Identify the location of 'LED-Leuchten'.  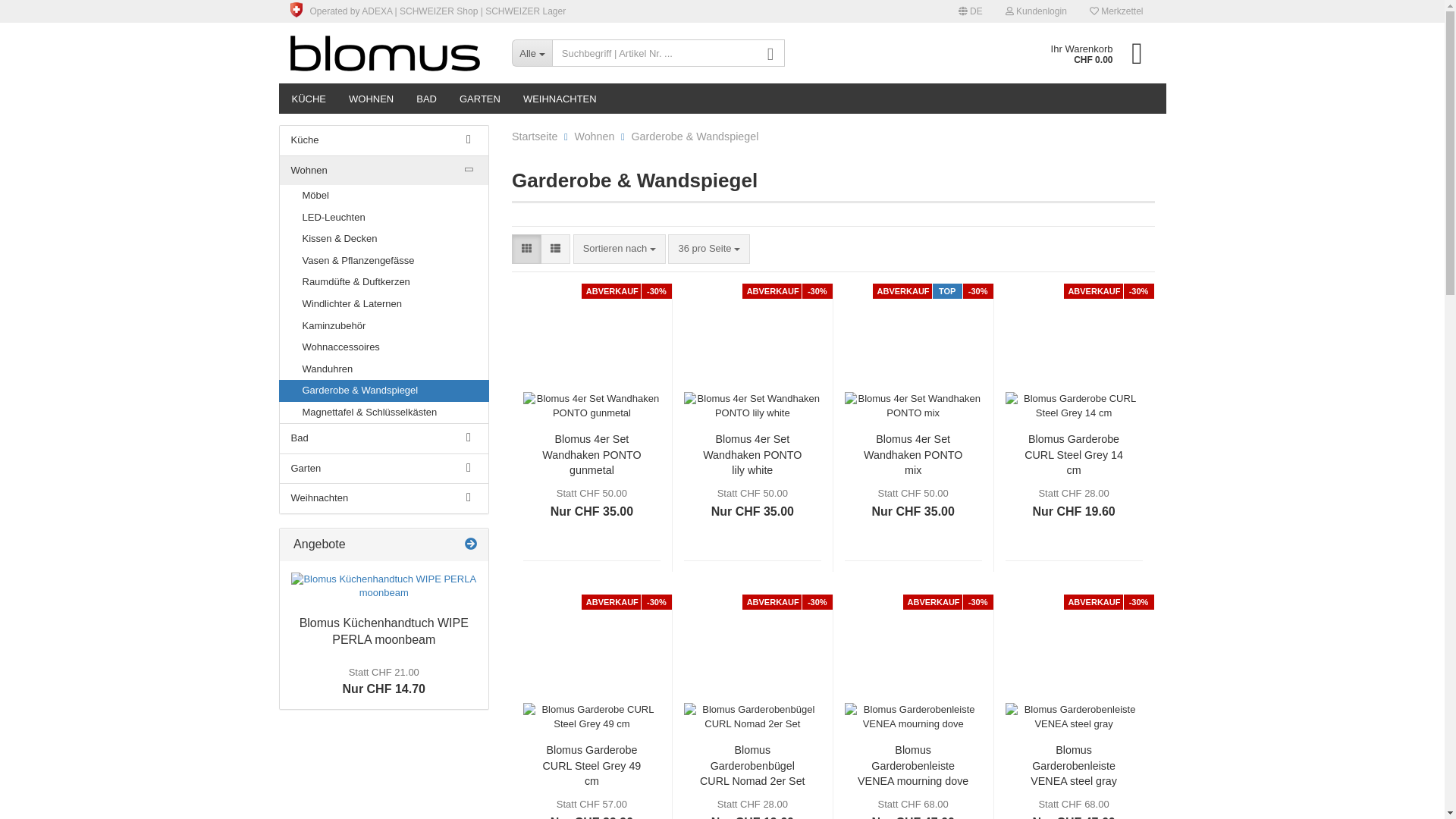
(383, 218).